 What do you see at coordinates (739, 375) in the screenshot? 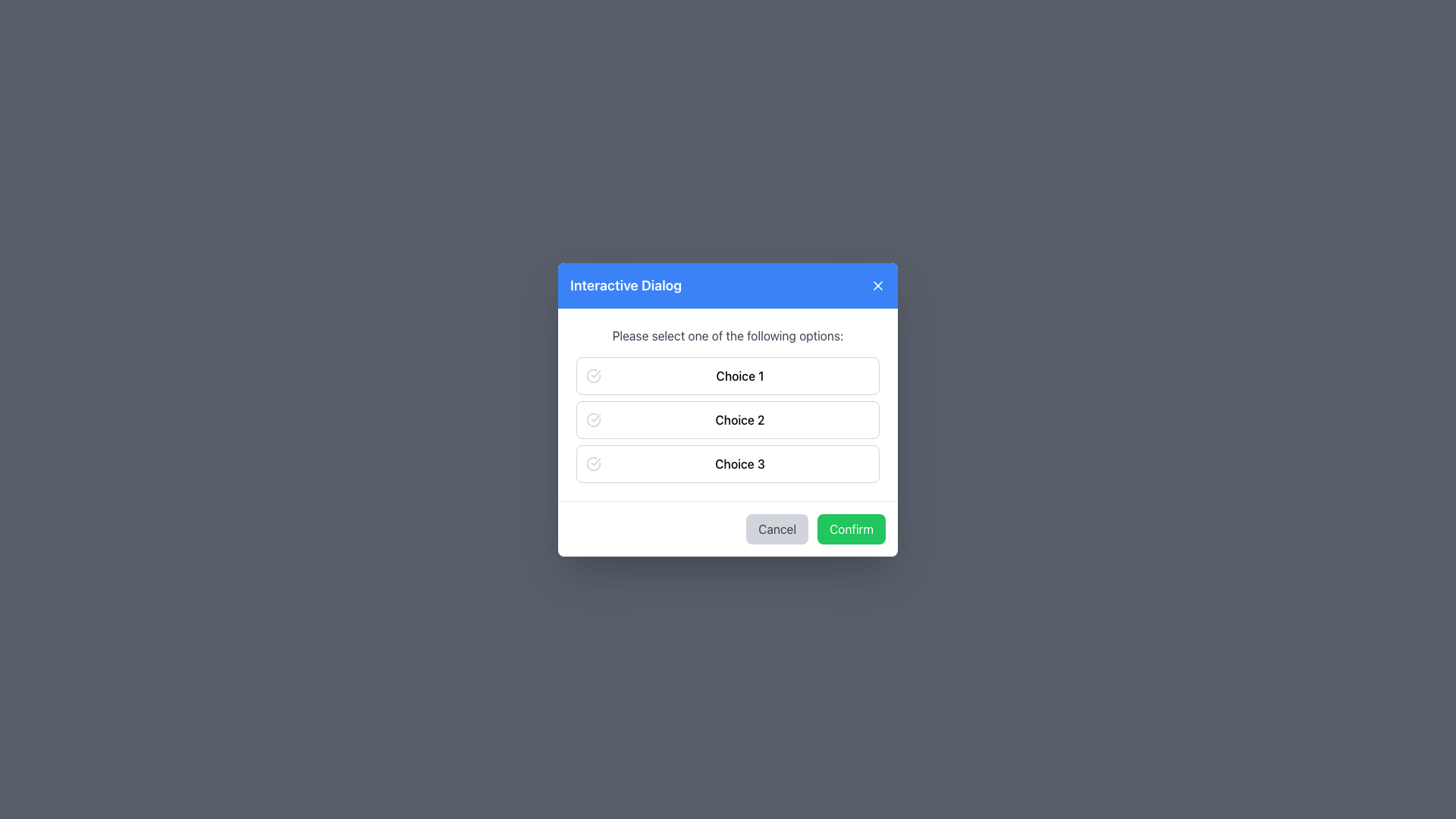
I see `the text label that serves as the first selectable option in a list within a modal dialog, located next to an icon of a circle with a checkmark` at bounding box center [739, 375].